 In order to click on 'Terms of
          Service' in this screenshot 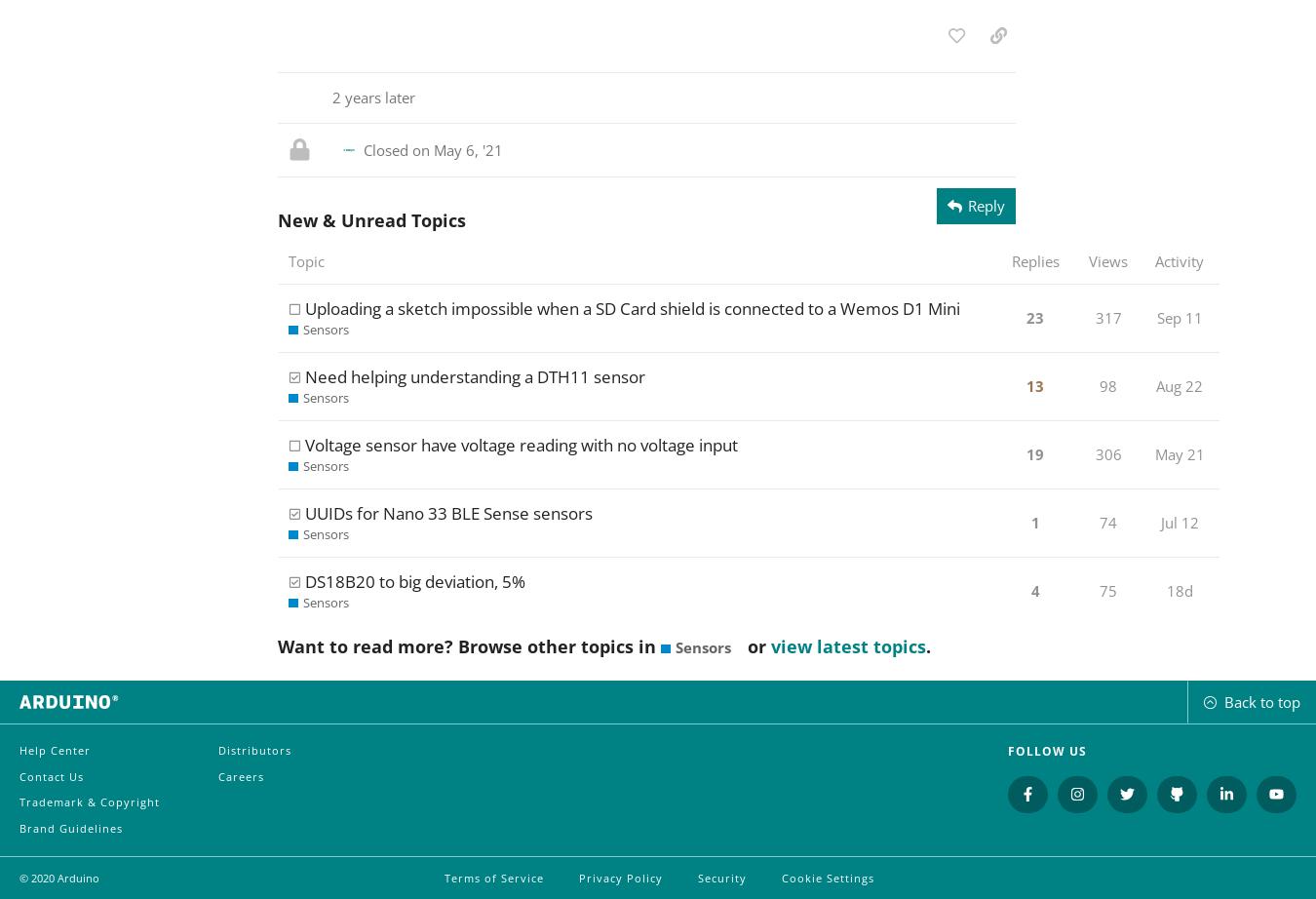, I will do `click(493, 876)`.